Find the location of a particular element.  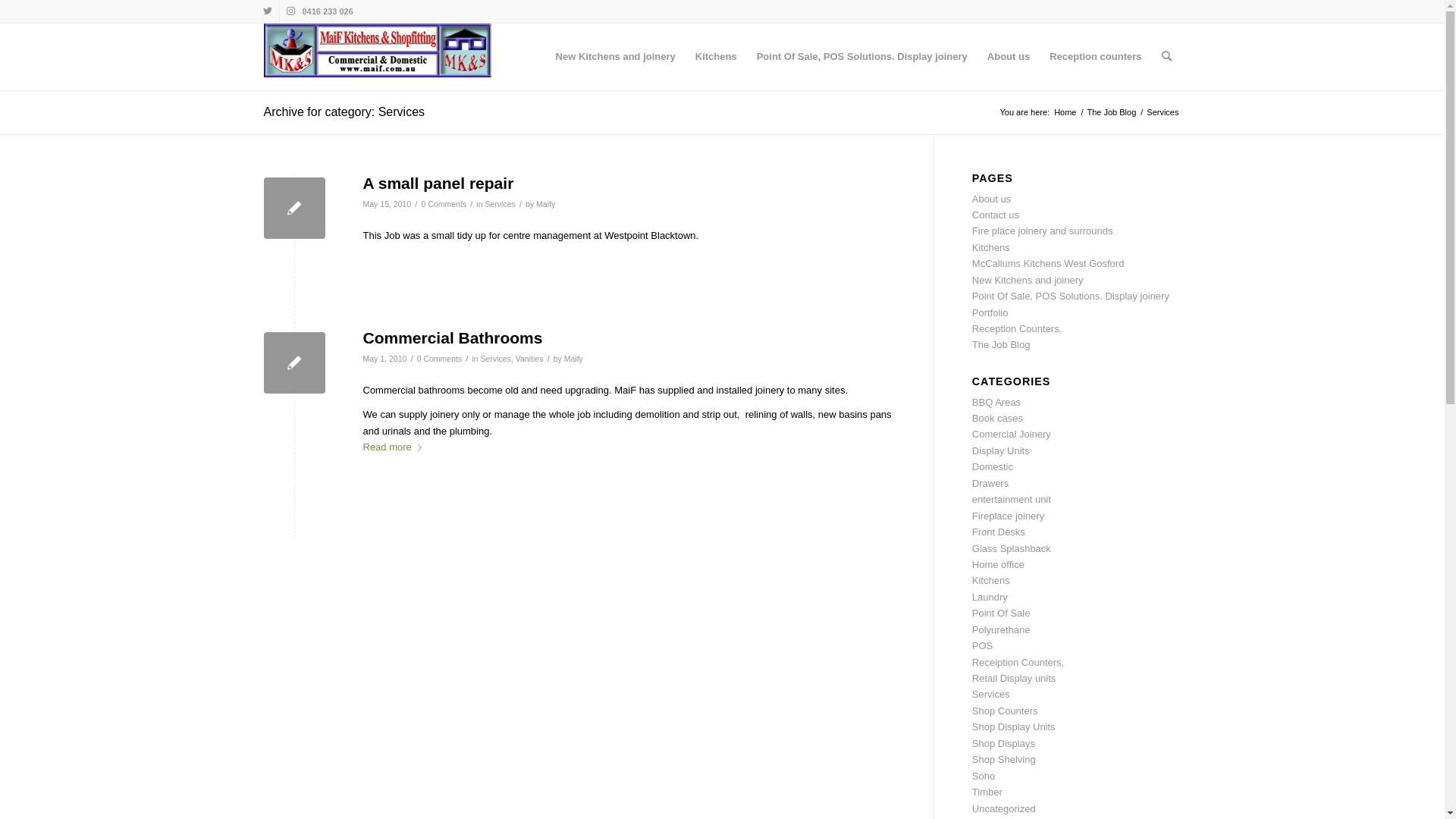

'Drawers' is located at coordinates (990, 483).